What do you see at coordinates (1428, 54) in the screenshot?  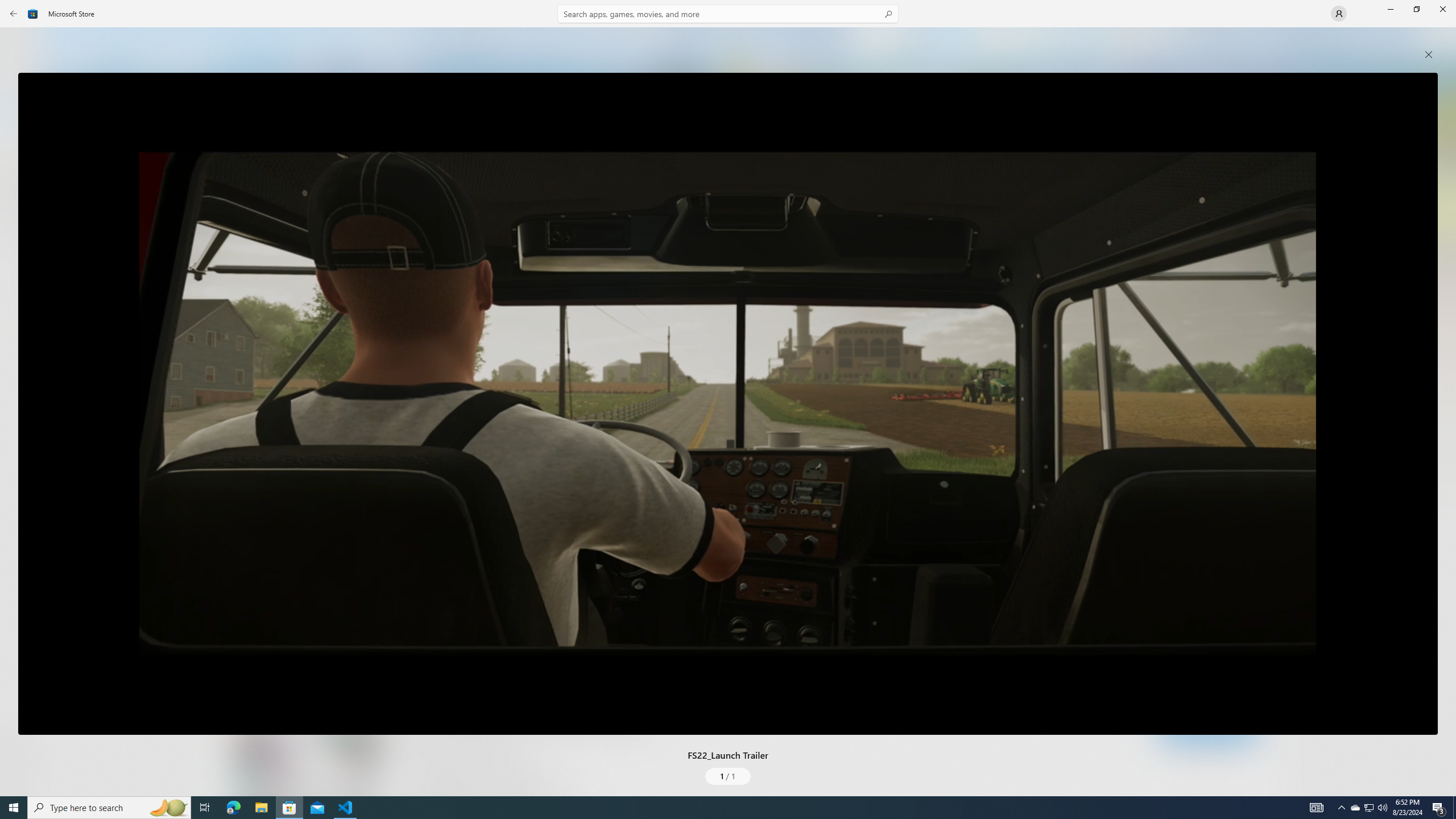 I see `'close popup window'` at bounding box center [1428, 54].